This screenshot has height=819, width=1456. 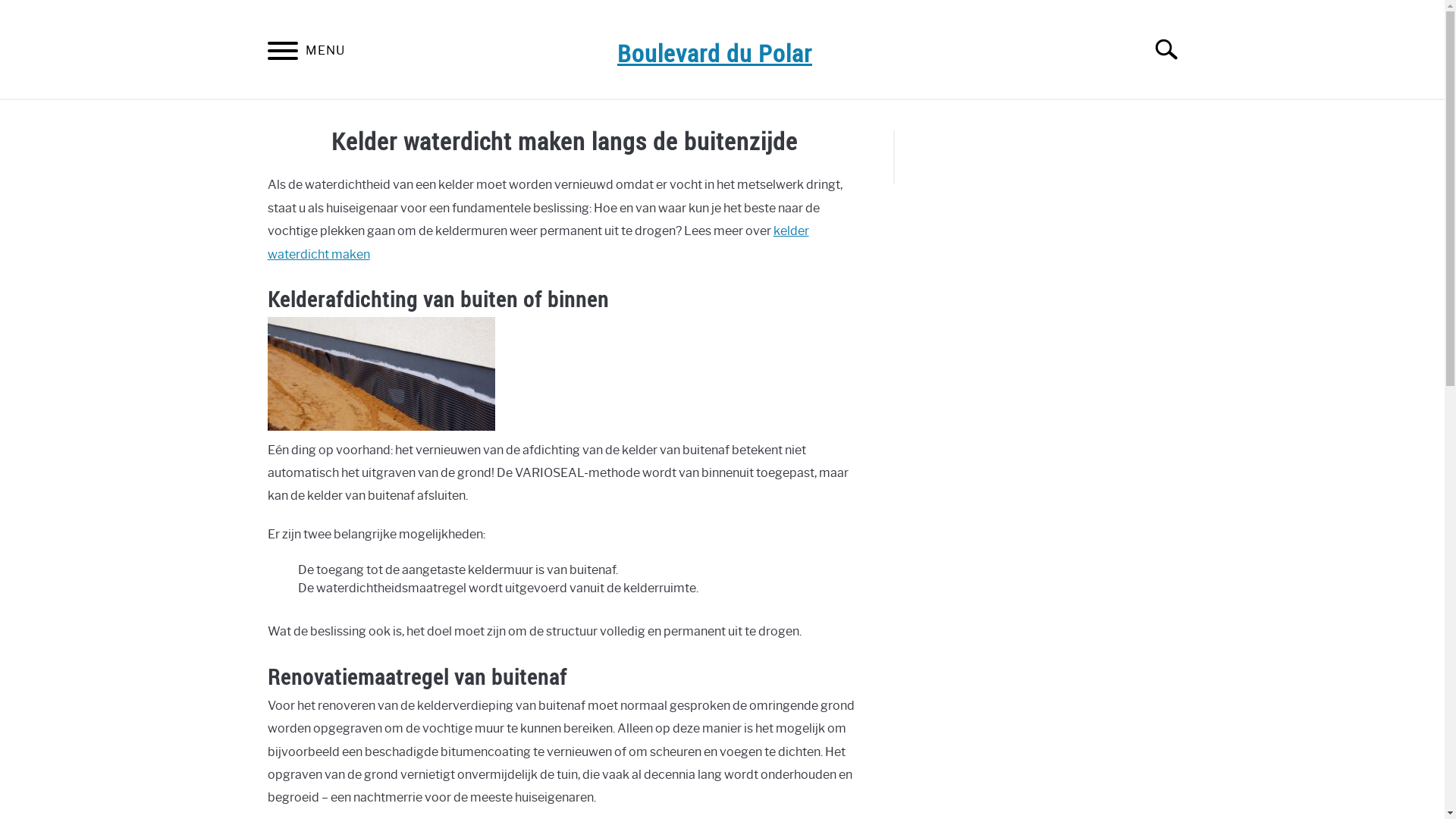 I want to click on 'Search', so click(x=1139, y=49).